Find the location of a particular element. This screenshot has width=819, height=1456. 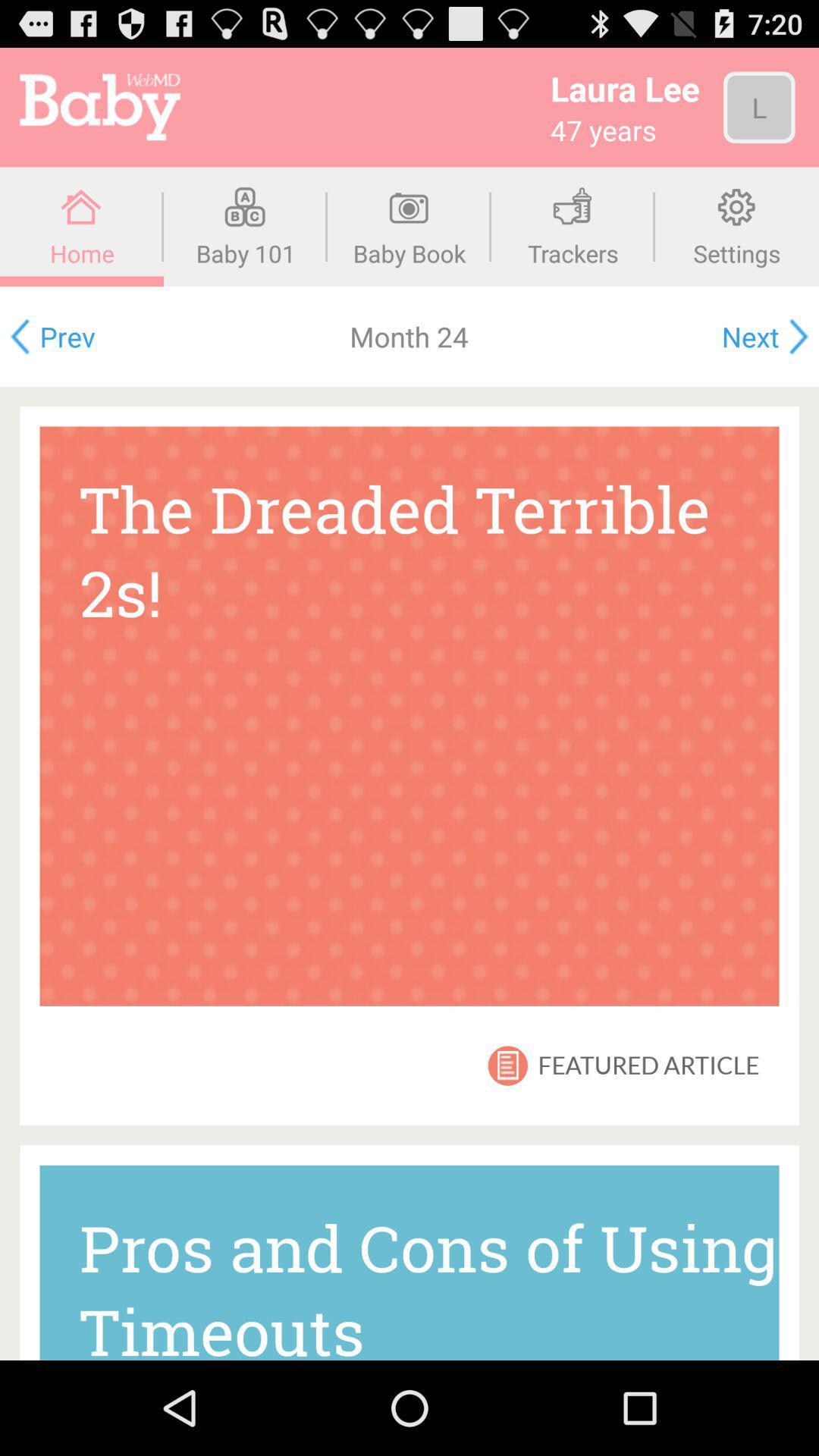

the item next to featured article icon is located at coordinates (507, 1065).